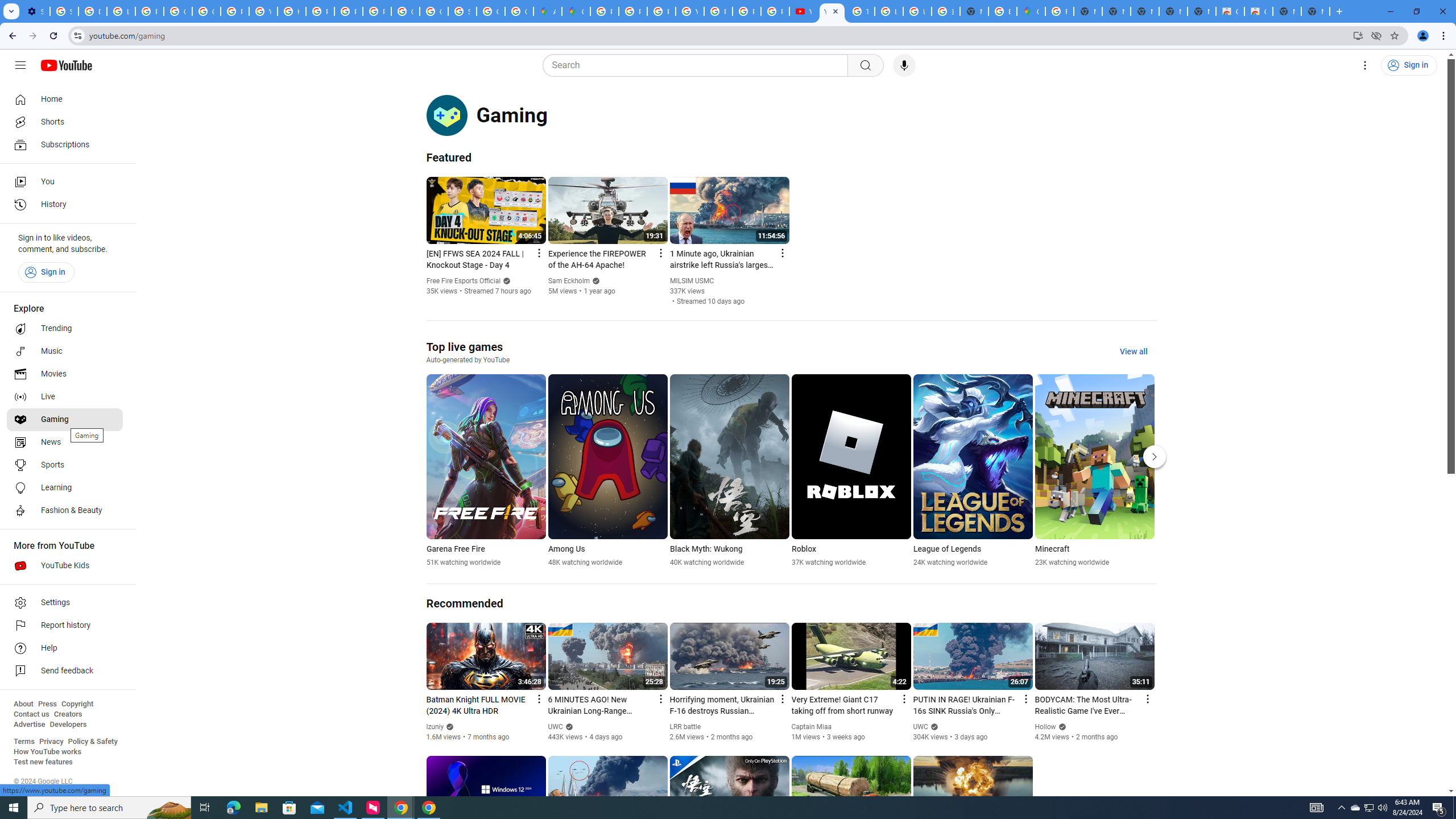 This screenshot has width=1456, height=819. Describe the element at coordinates (1147, 699) in the screenshot. I see `'Action menu'` at that location.